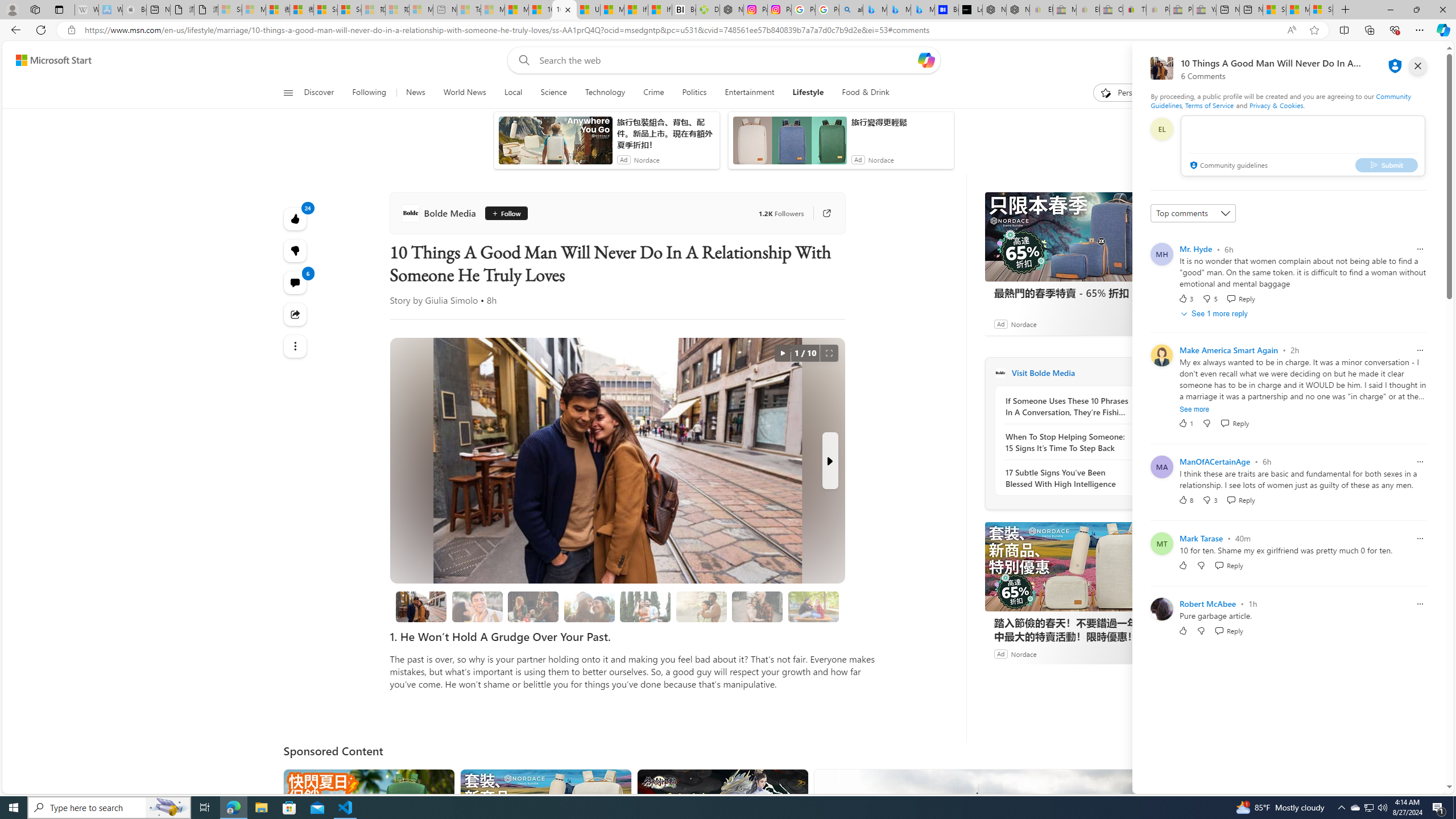  What do you see at coordinates (440, 213) in the screenshot?
I see `'Bolde Media'` at bounding box center [440, 213].